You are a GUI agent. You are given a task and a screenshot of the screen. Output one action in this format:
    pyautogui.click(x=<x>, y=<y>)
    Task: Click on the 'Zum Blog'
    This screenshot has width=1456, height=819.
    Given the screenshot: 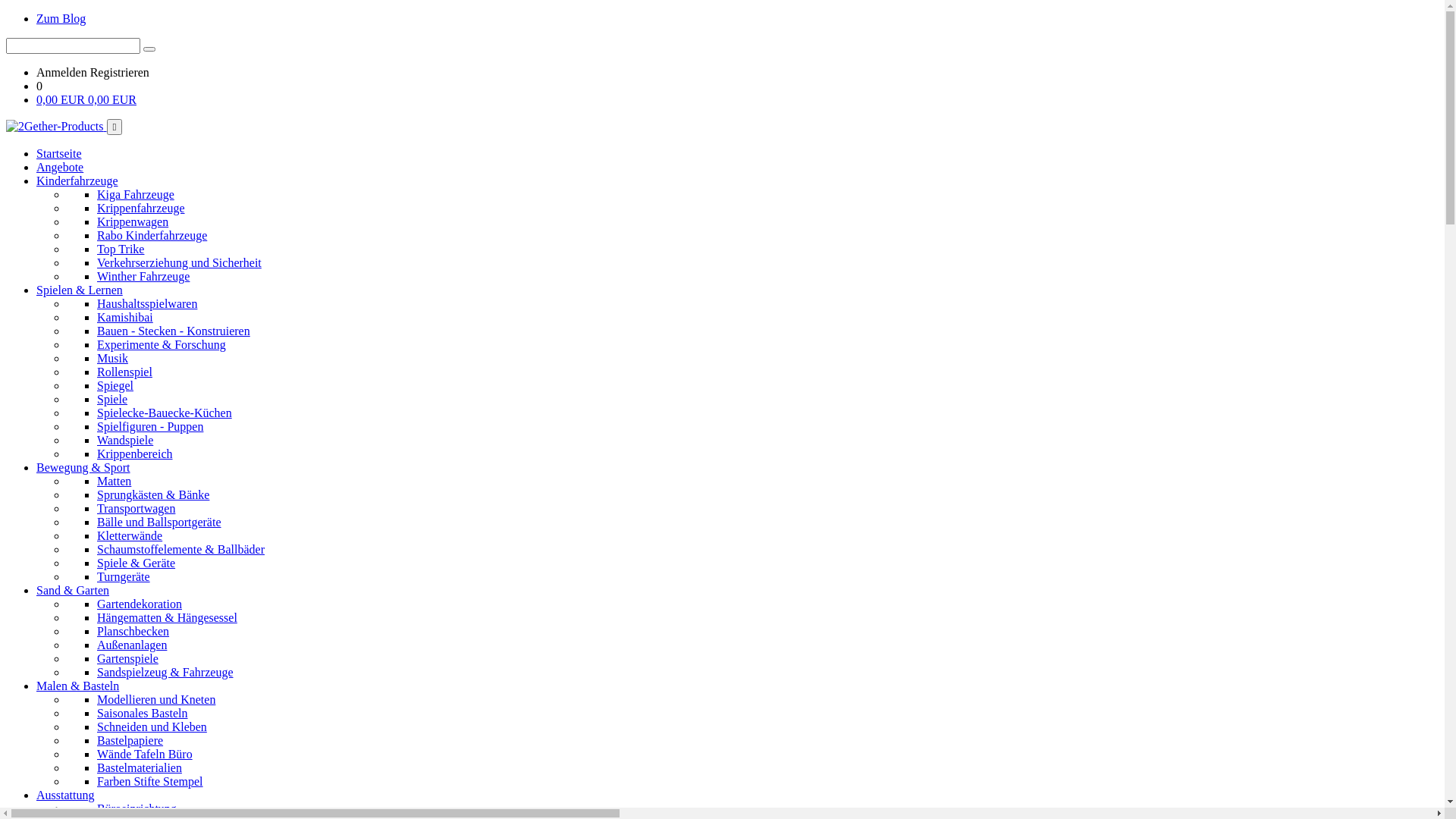 What is the action you would take?
    pyautogui.click(x=61, y=18)
    